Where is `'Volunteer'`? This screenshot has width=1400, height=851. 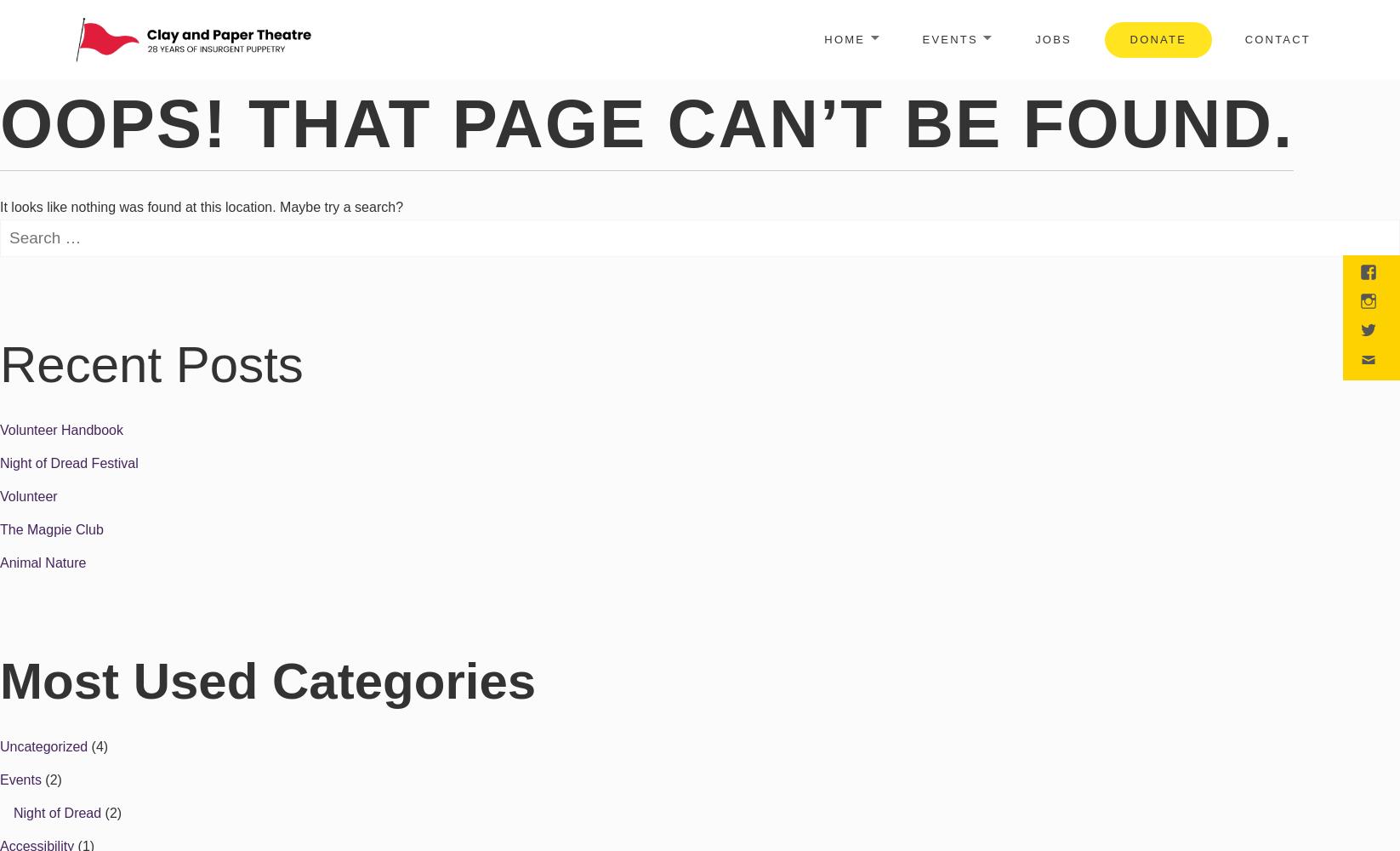
'Volunteer' is located at coordinates (28, 495).